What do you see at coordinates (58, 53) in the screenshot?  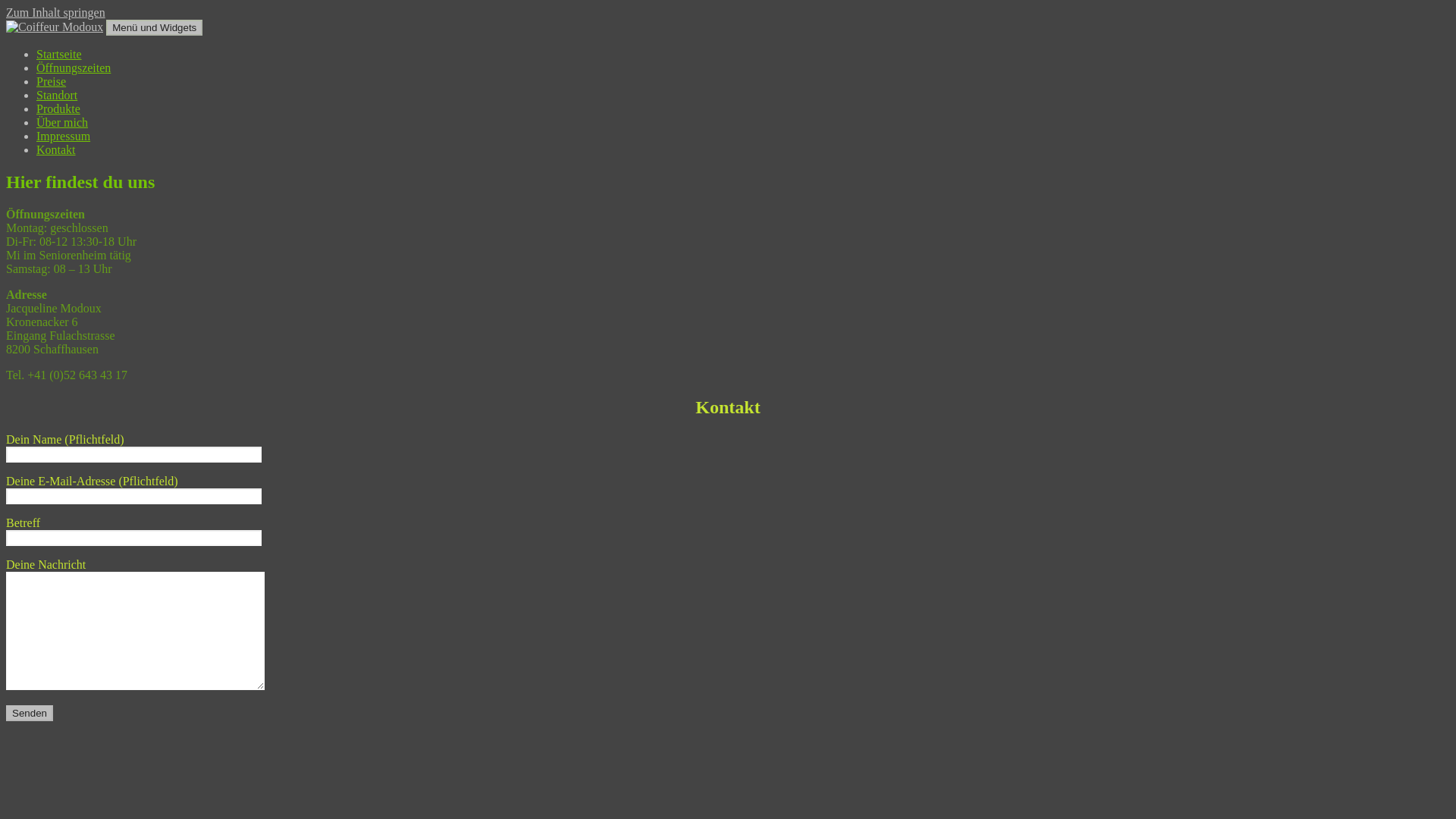 I see `'Startseite'` at bounding box center [58, 53].